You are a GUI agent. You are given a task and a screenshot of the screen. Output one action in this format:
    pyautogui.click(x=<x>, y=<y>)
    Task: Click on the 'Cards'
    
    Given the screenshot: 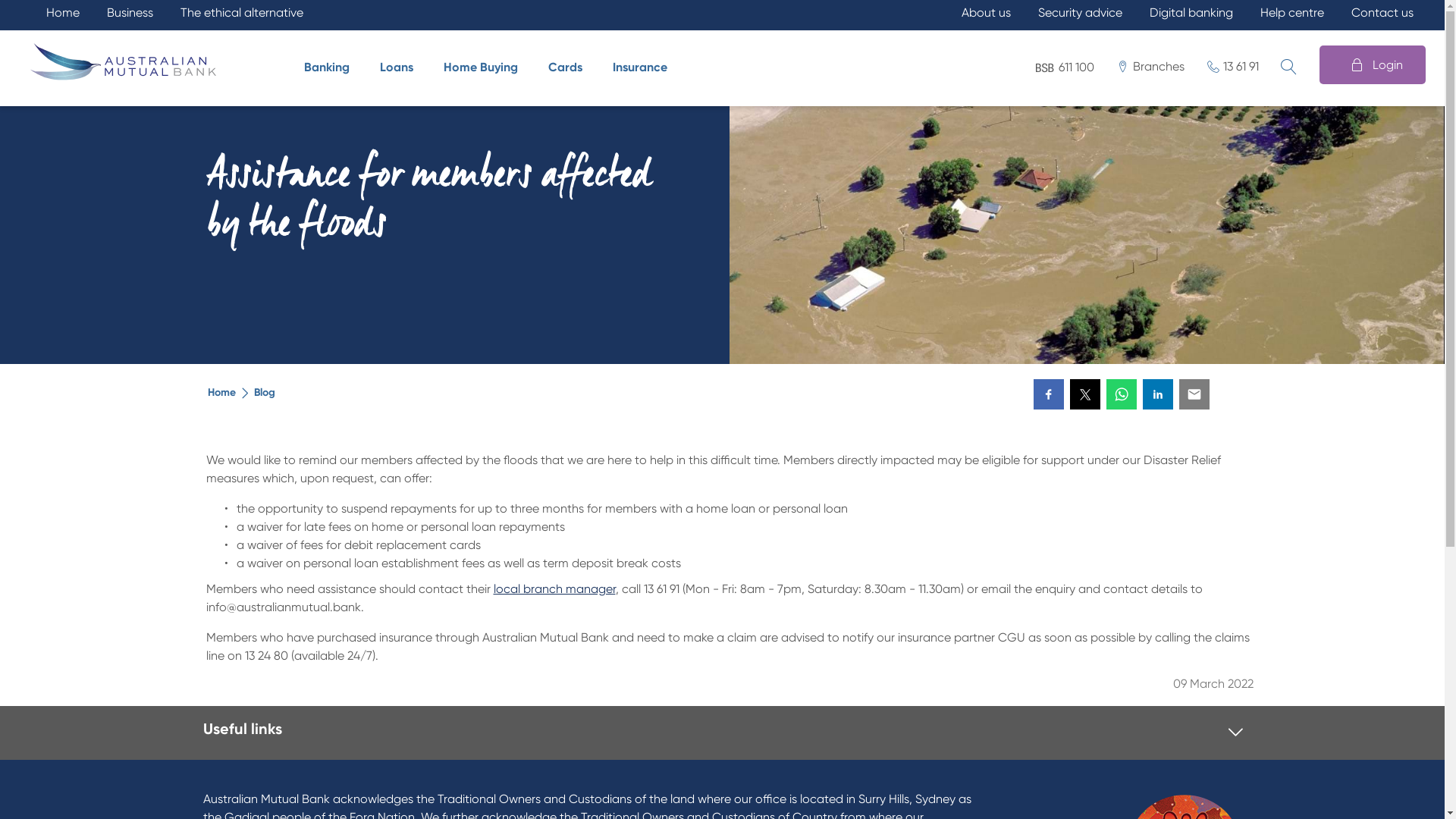 What is the action you would take?
    pyautogui.click(x=568, y=66)
    